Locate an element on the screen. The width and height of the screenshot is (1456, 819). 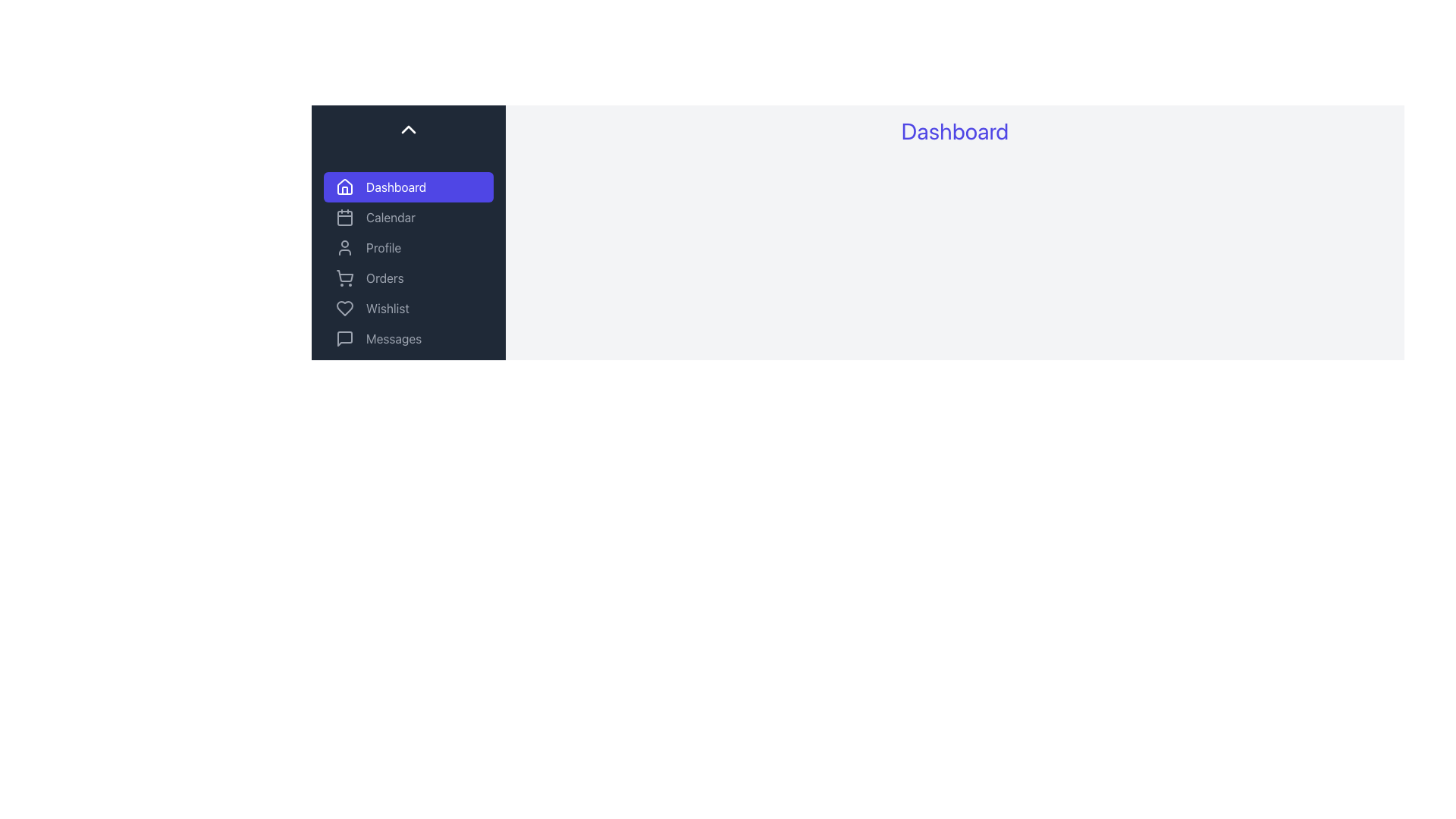
the 'Home' or 'Dashboard' icon in the side navigation menu, located at the top of the menu list above the 'Calendar' option is located at coordinates (344, 186).